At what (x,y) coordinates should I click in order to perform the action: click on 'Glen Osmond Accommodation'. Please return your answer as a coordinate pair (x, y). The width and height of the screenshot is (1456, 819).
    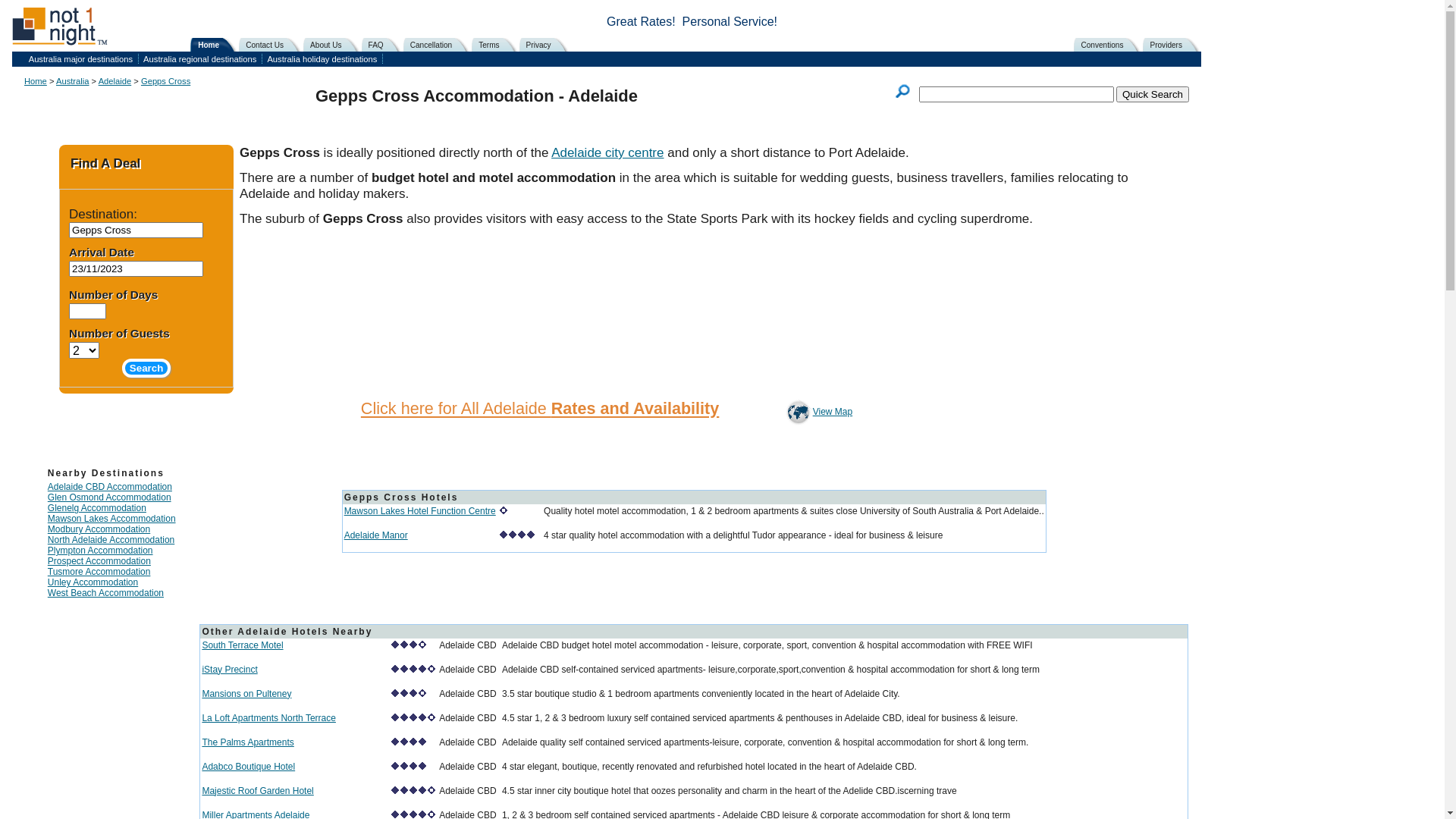
    Looking at the image, I should click on (108, 497).